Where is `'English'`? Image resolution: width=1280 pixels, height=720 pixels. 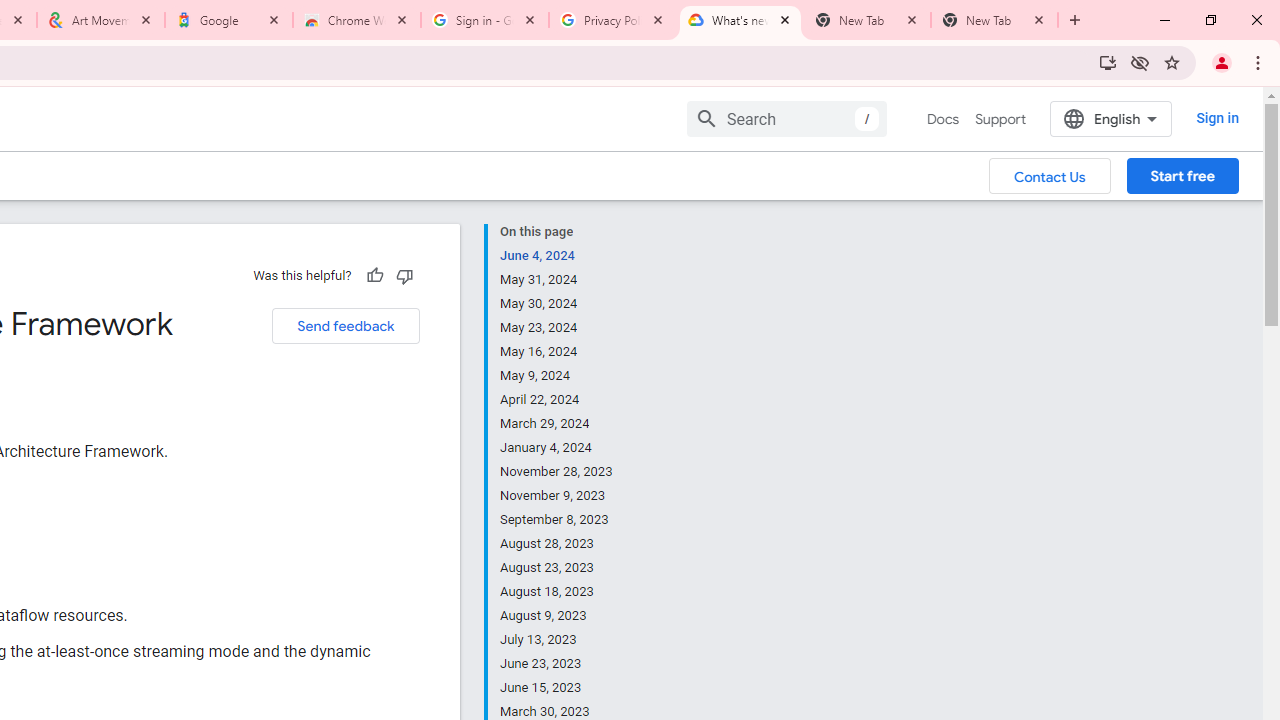 'English' is located at coordinates (1110, 118).